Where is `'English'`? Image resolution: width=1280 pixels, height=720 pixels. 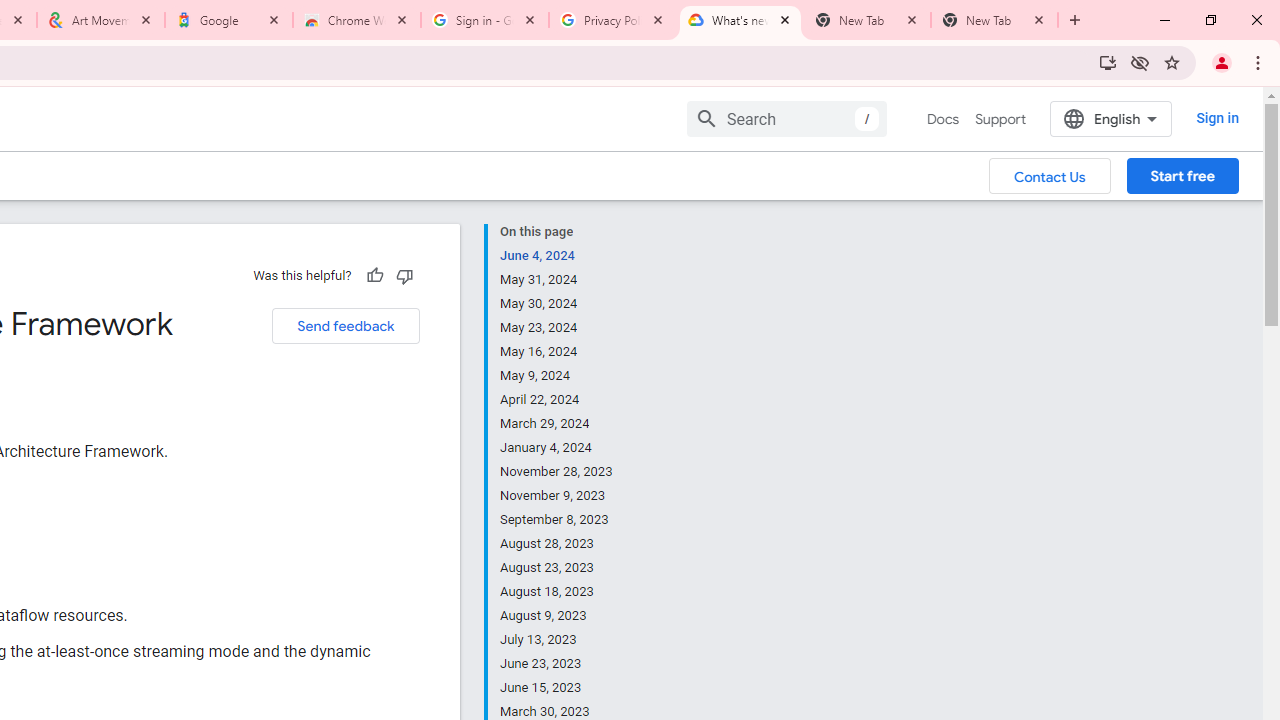 'English' is located at coordinates (1110, 118).